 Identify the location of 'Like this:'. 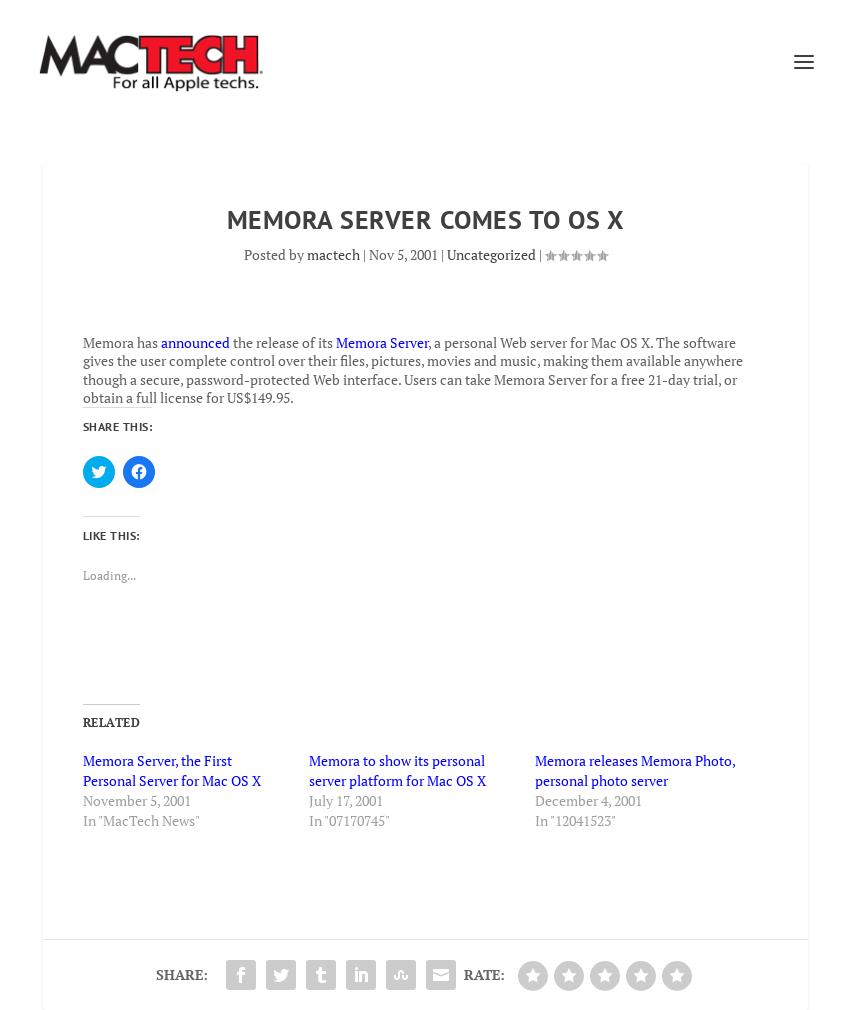
(109, 534).